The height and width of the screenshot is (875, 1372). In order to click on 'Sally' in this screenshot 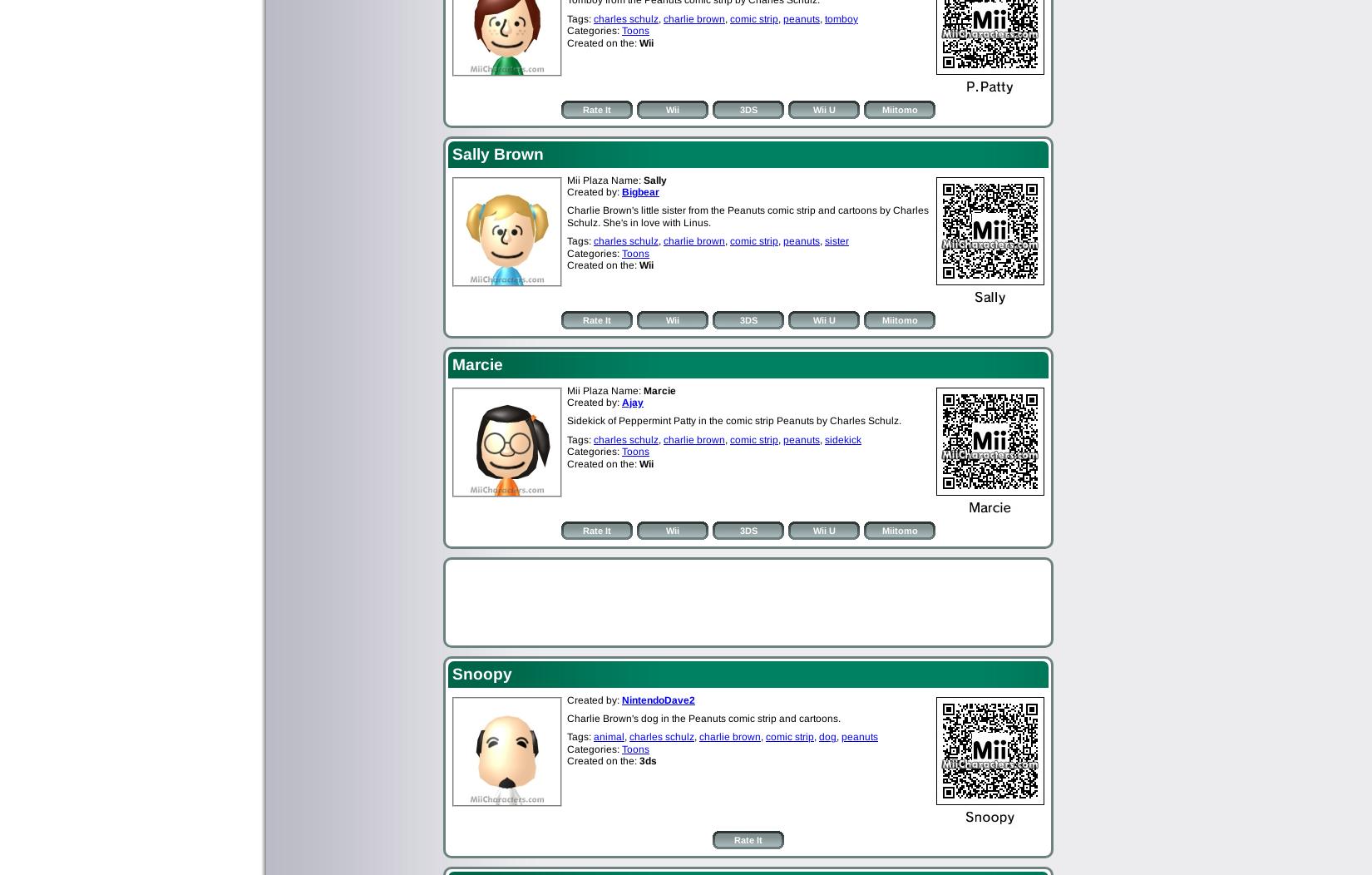, I will do `click(643, 179)`.